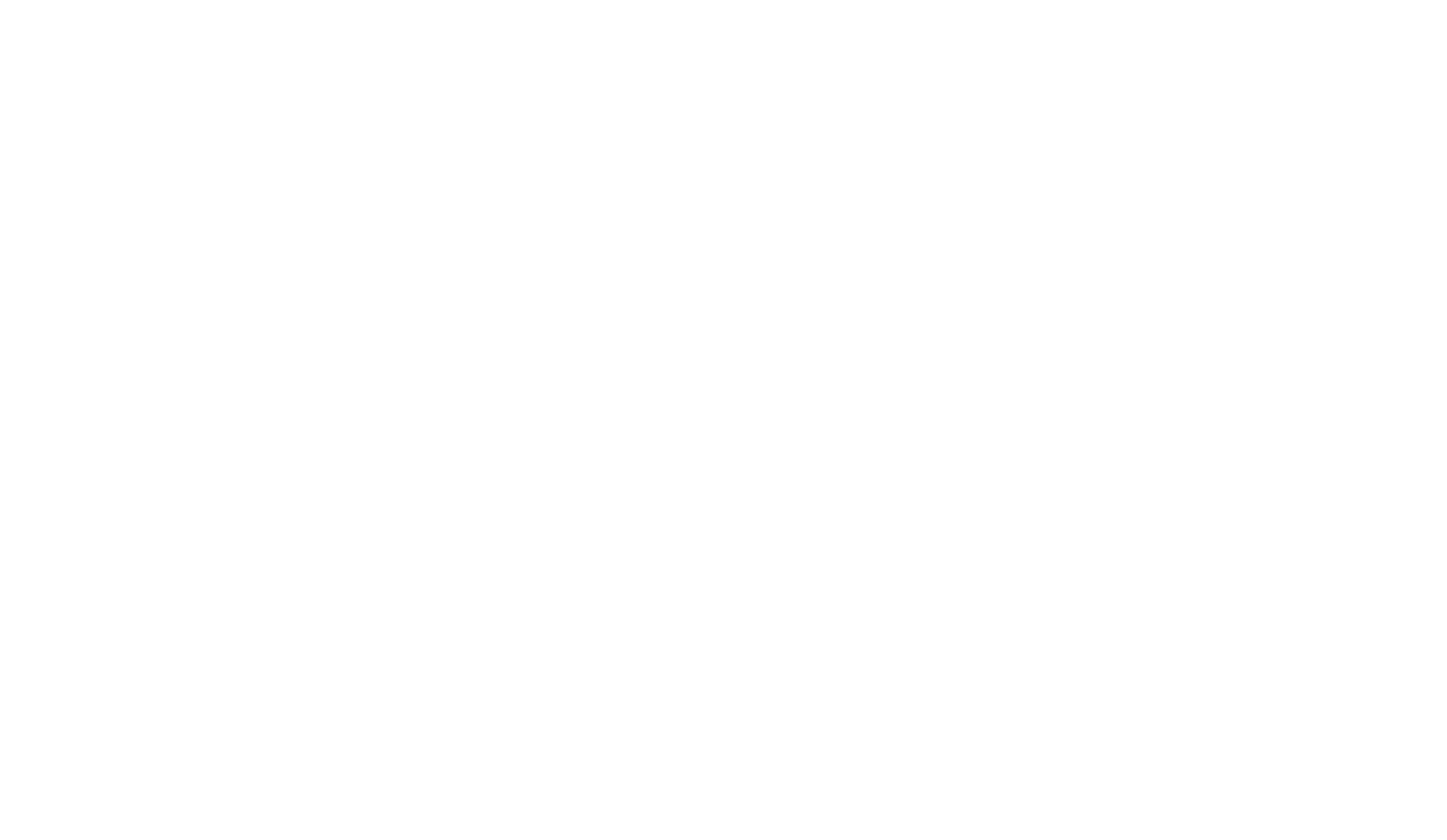  Describe the element at coordinates (346, 587) in the screenshot. I see `'Spotted par QuentinF'` at that location.